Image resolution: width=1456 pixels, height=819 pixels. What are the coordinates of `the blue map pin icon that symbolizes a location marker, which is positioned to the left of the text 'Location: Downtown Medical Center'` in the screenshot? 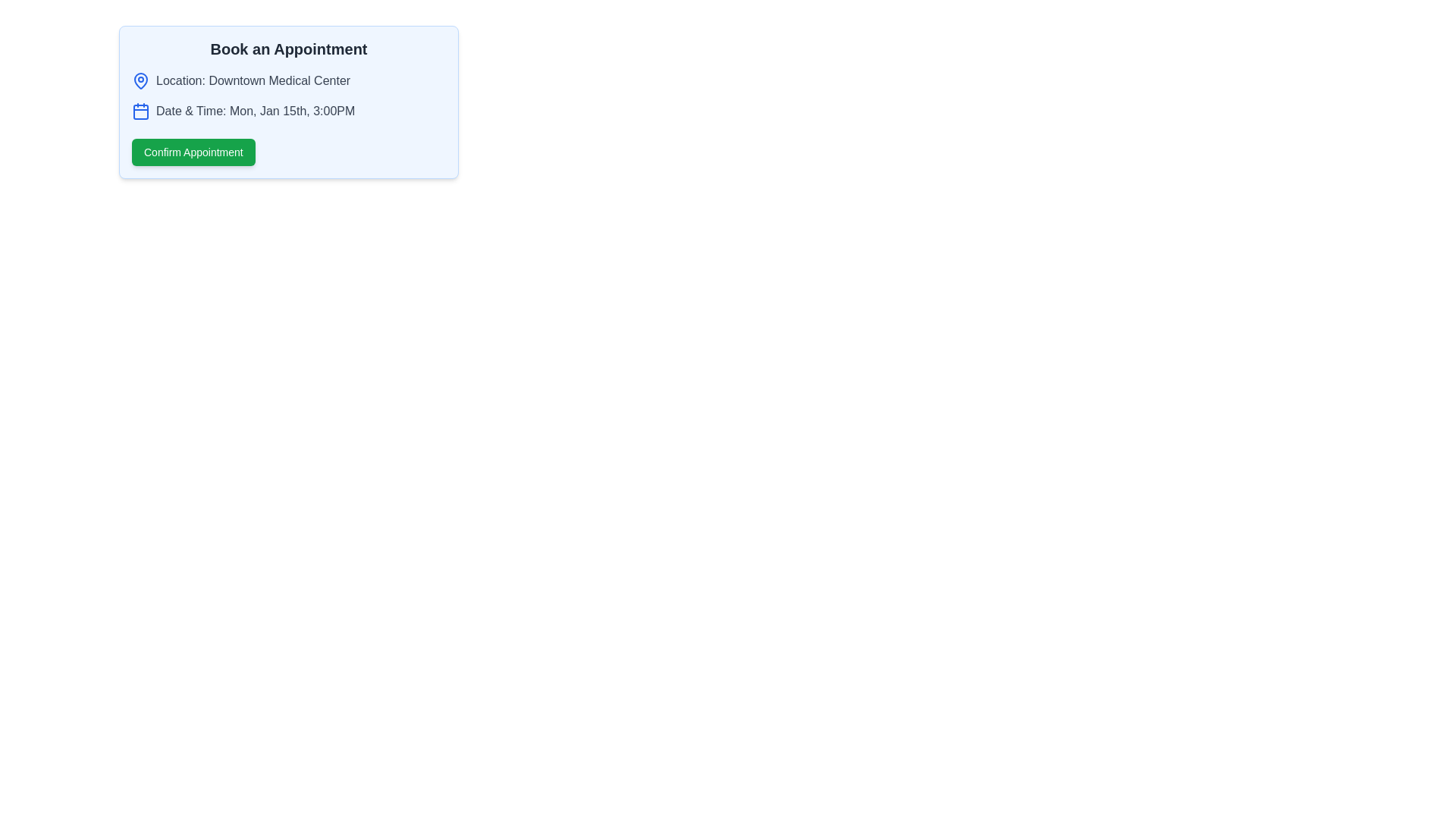 It's located at (141, 81).